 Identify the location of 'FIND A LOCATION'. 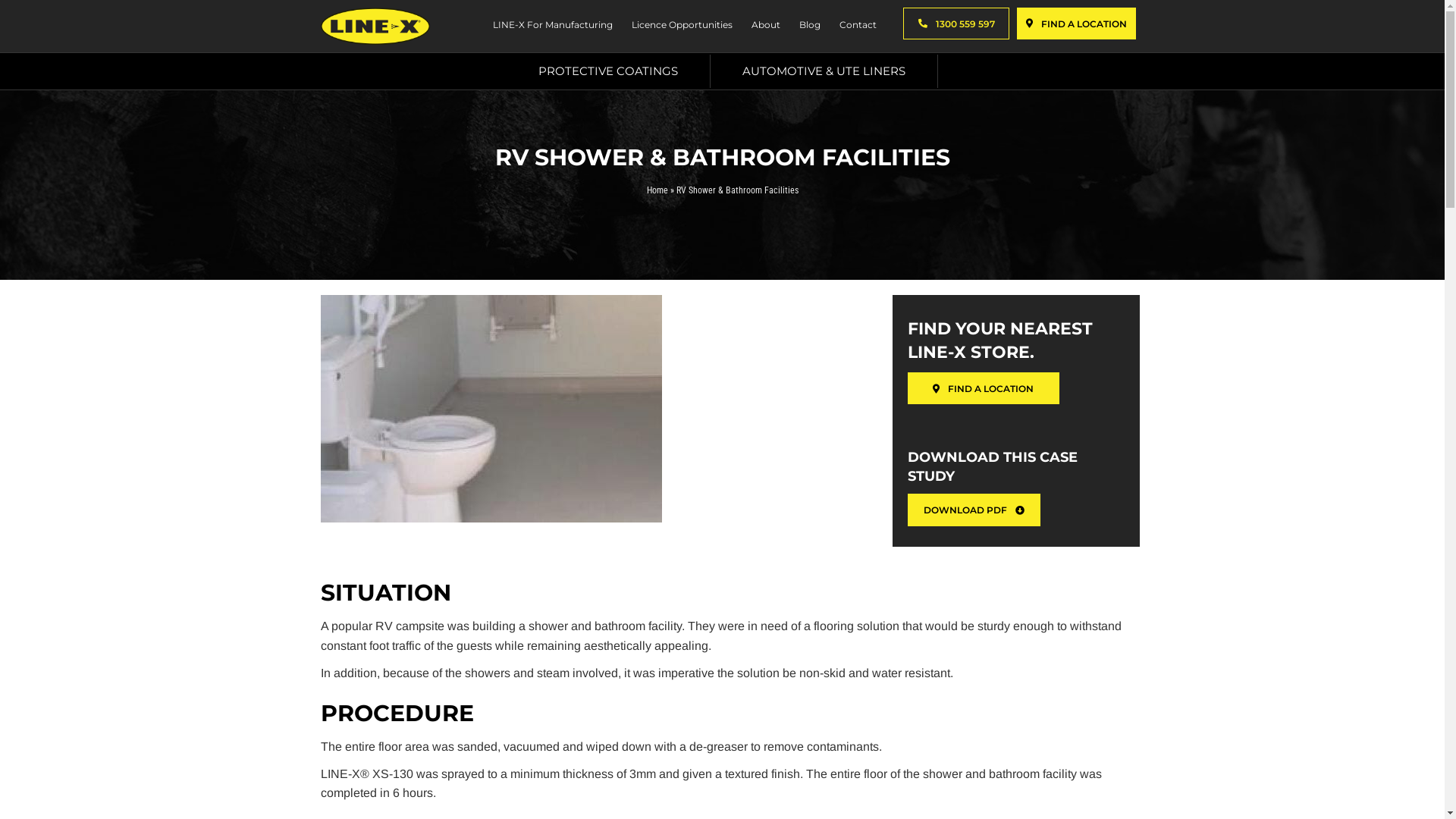
(983, 388).